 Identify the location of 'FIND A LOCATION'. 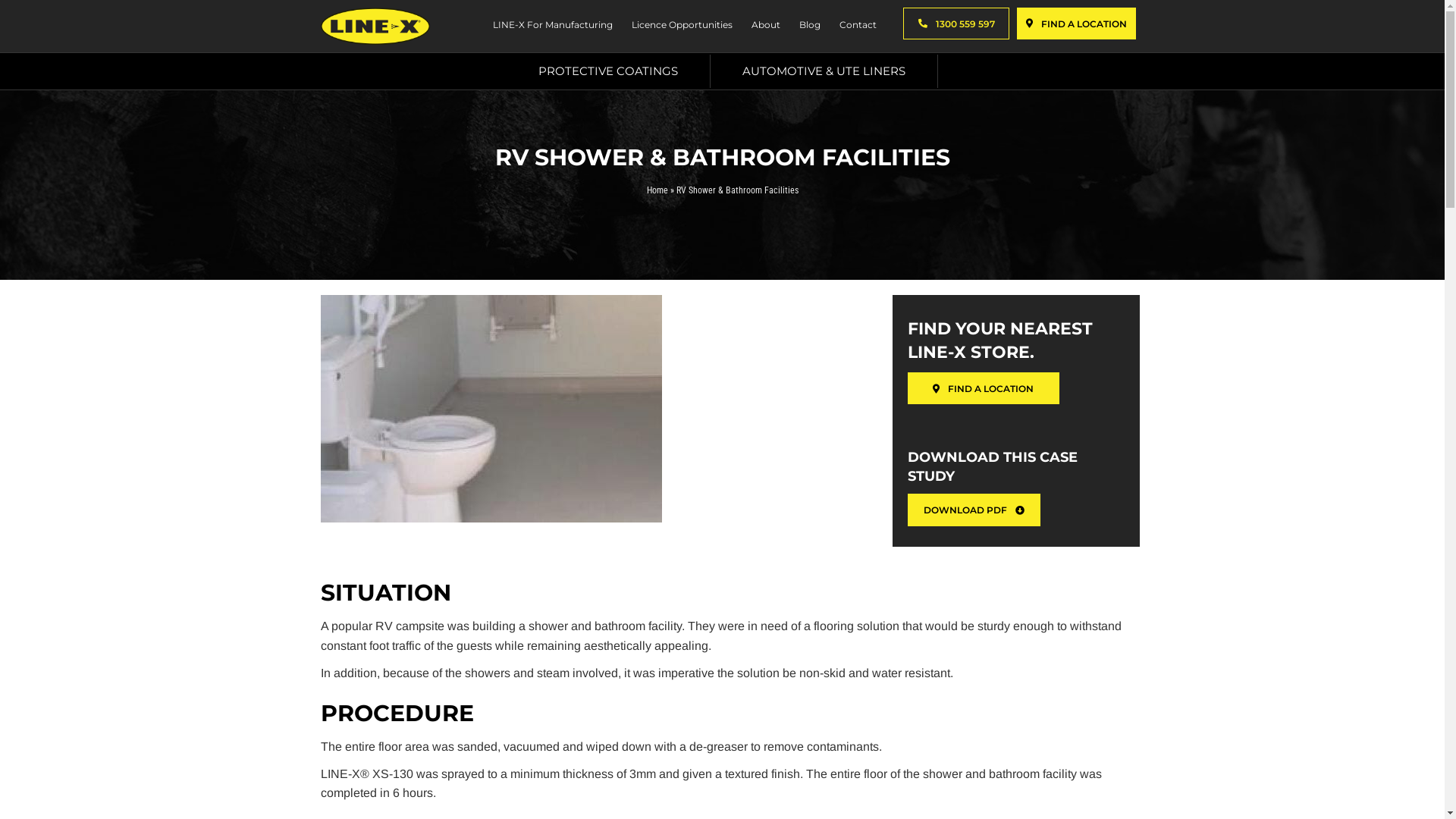
(983, 388).